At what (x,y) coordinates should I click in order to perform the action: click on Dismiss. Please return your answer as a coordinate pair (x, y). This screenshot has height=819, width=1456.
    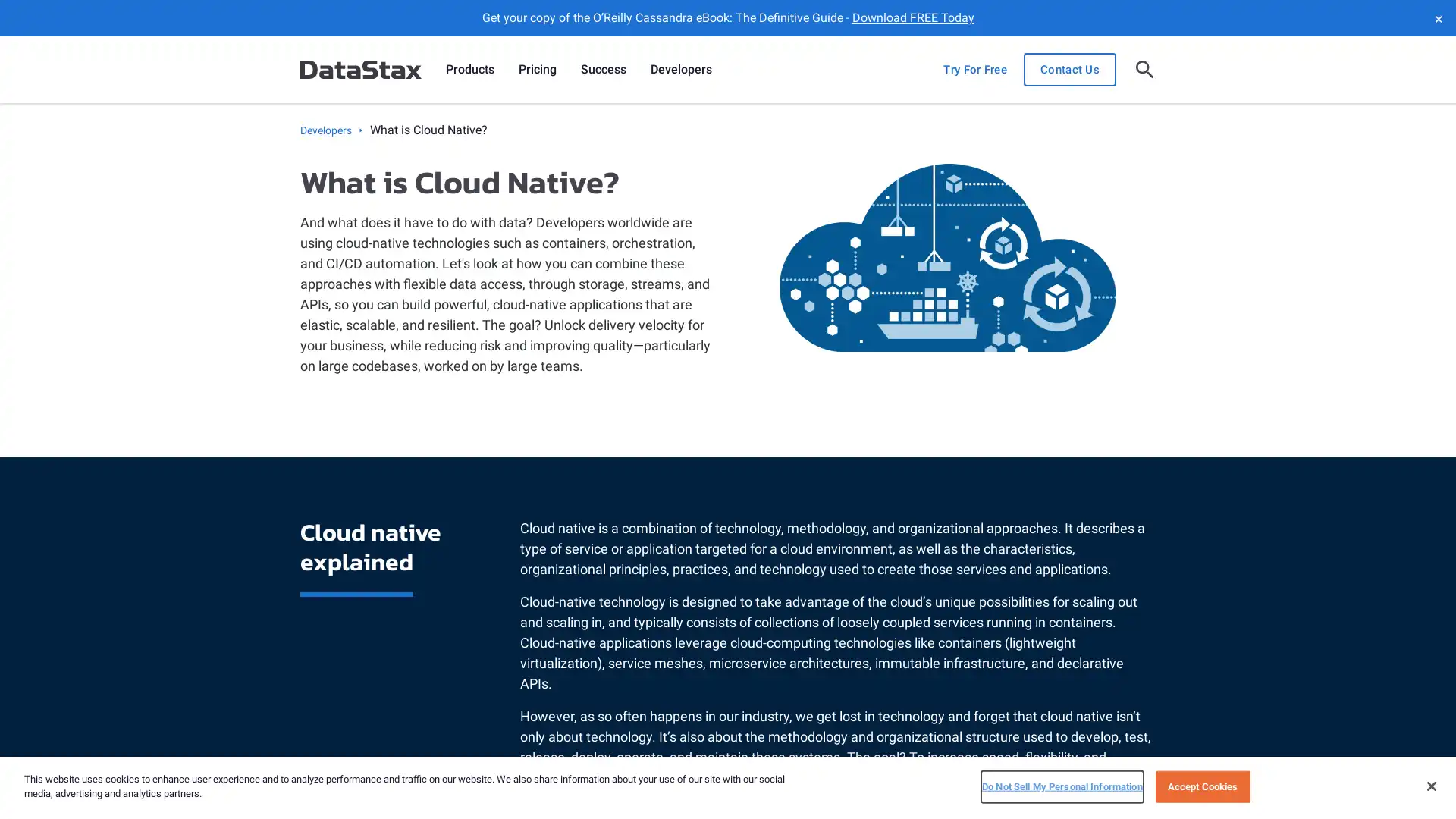
    Looking at the image, I should click on (1437, 17).